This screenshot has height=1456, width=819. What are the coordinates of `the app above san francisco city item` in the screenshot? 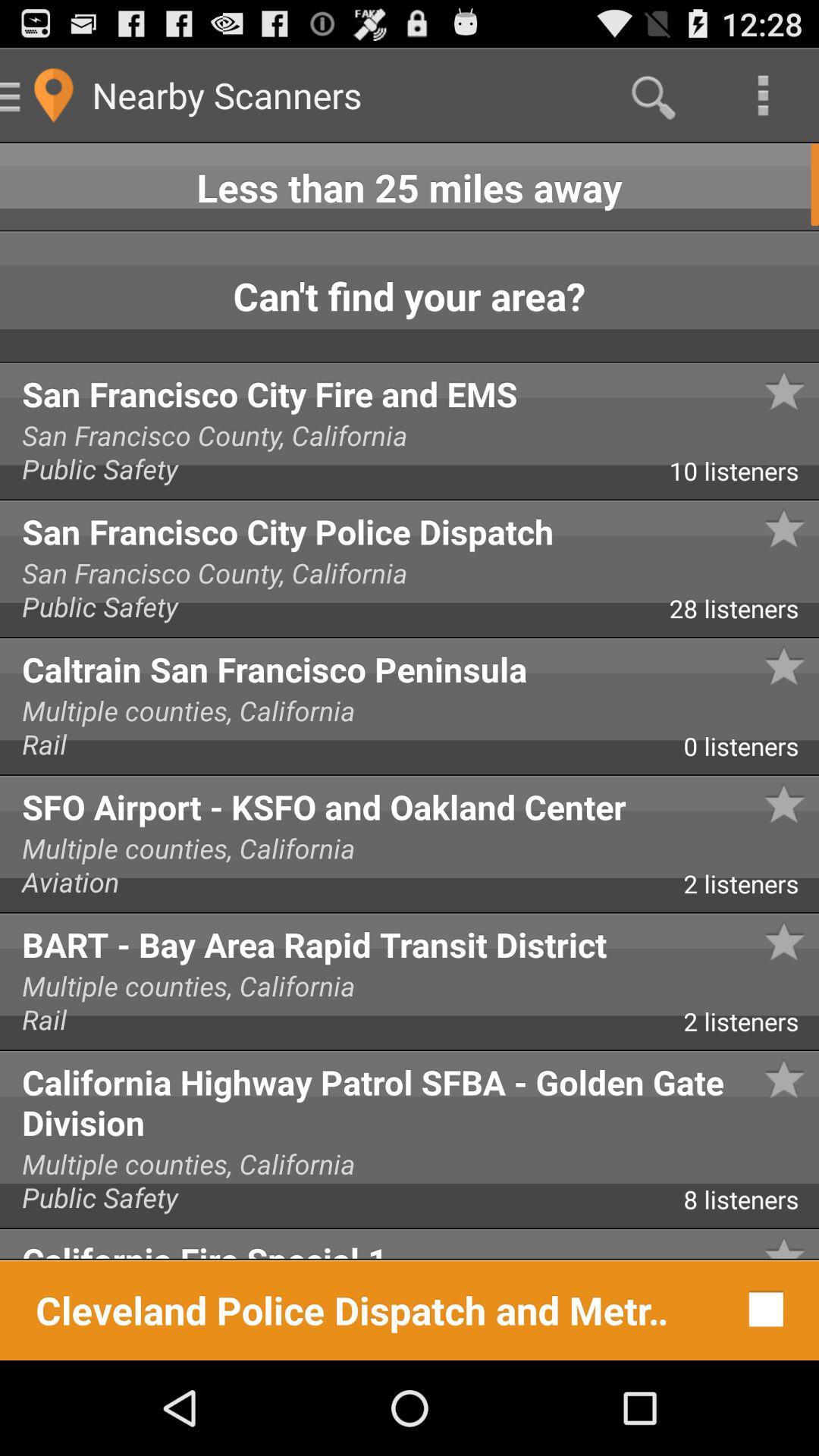 It's located at (812, 337).